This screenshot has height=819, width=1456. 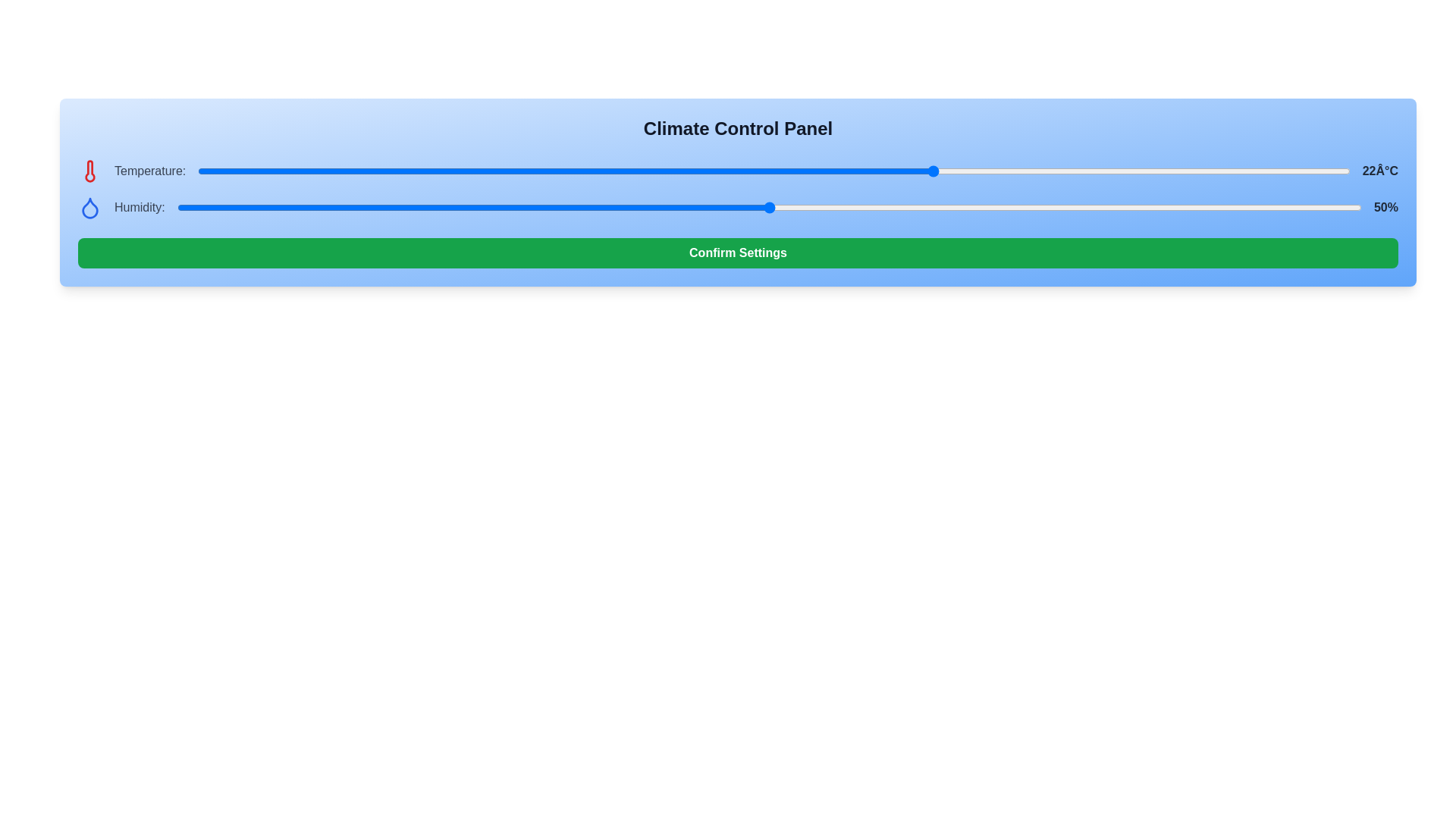 What do you see at coordinates (450, 171) in the screenshot?
I see `the temperature slider to 1 degrees Celsius` at bounding box center [450, 171].